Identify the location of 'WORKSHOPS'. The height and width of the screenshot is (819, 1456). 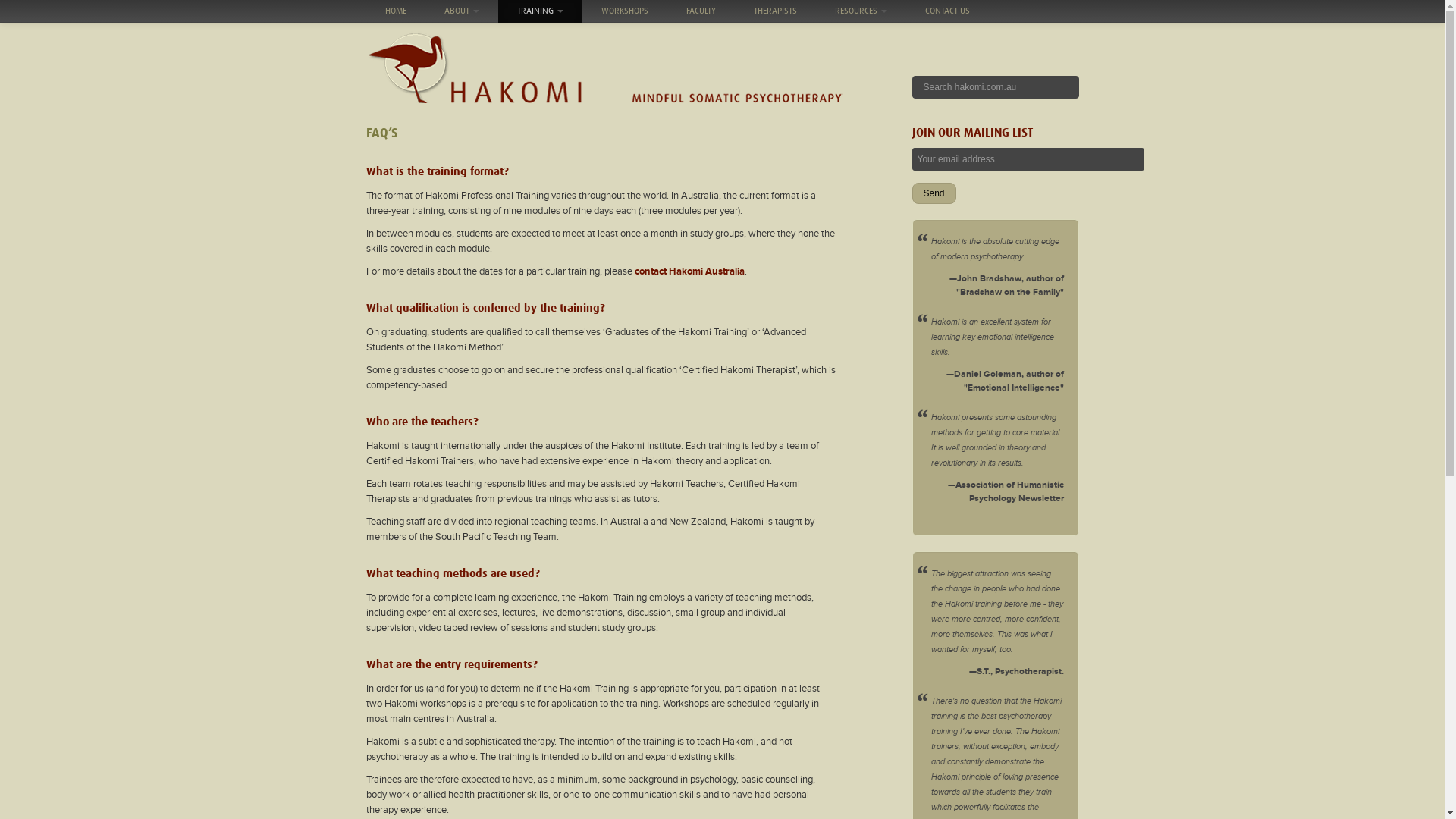
(582, 11).